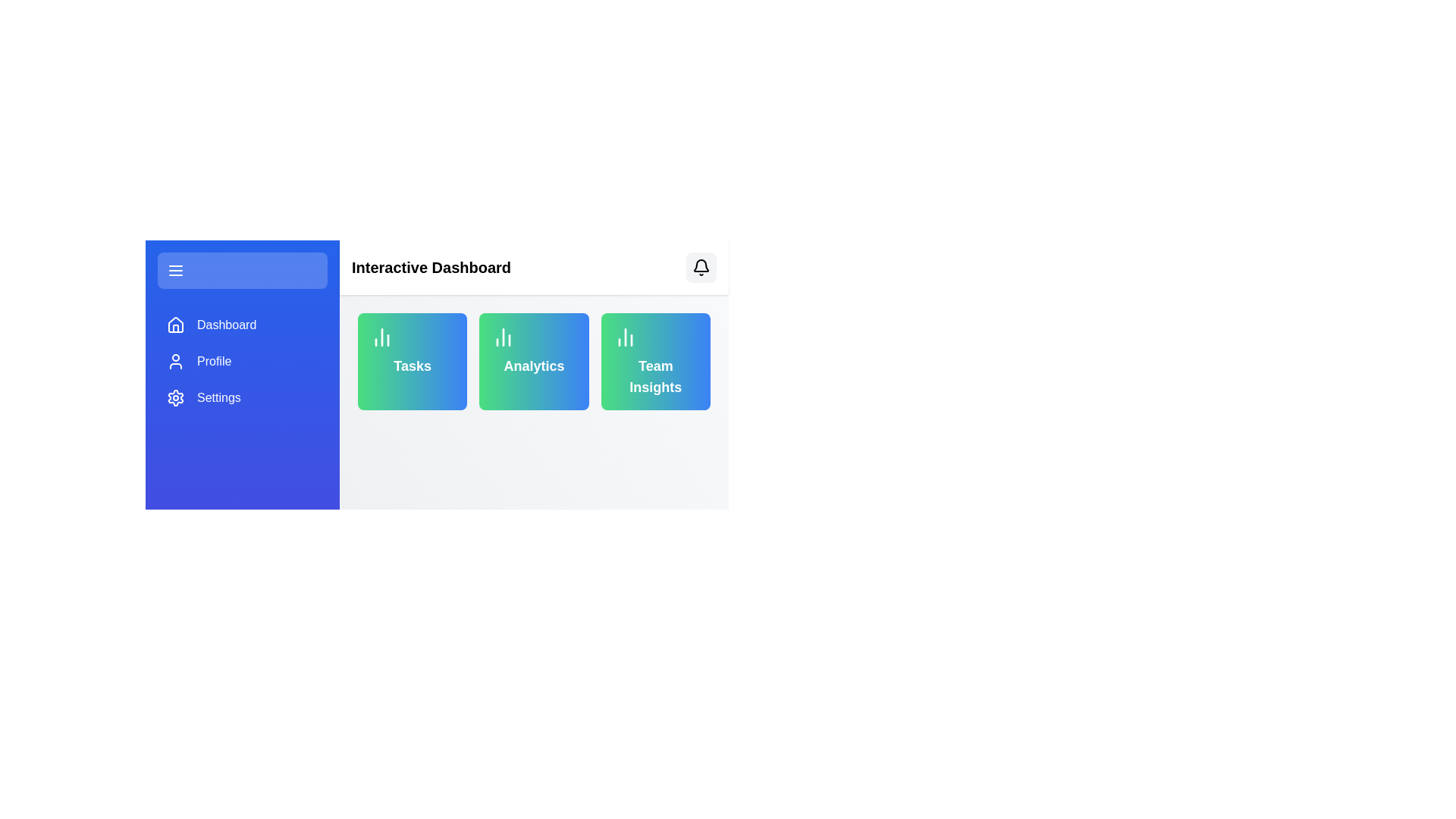 This screenshot has width=1456, height=819. Describe the element at coordinates (175, 324) in the screenshot. I see `the small house icon located on the left-side navigation bar, which is positioned to the left of the text 'Dashboard'` at that location.